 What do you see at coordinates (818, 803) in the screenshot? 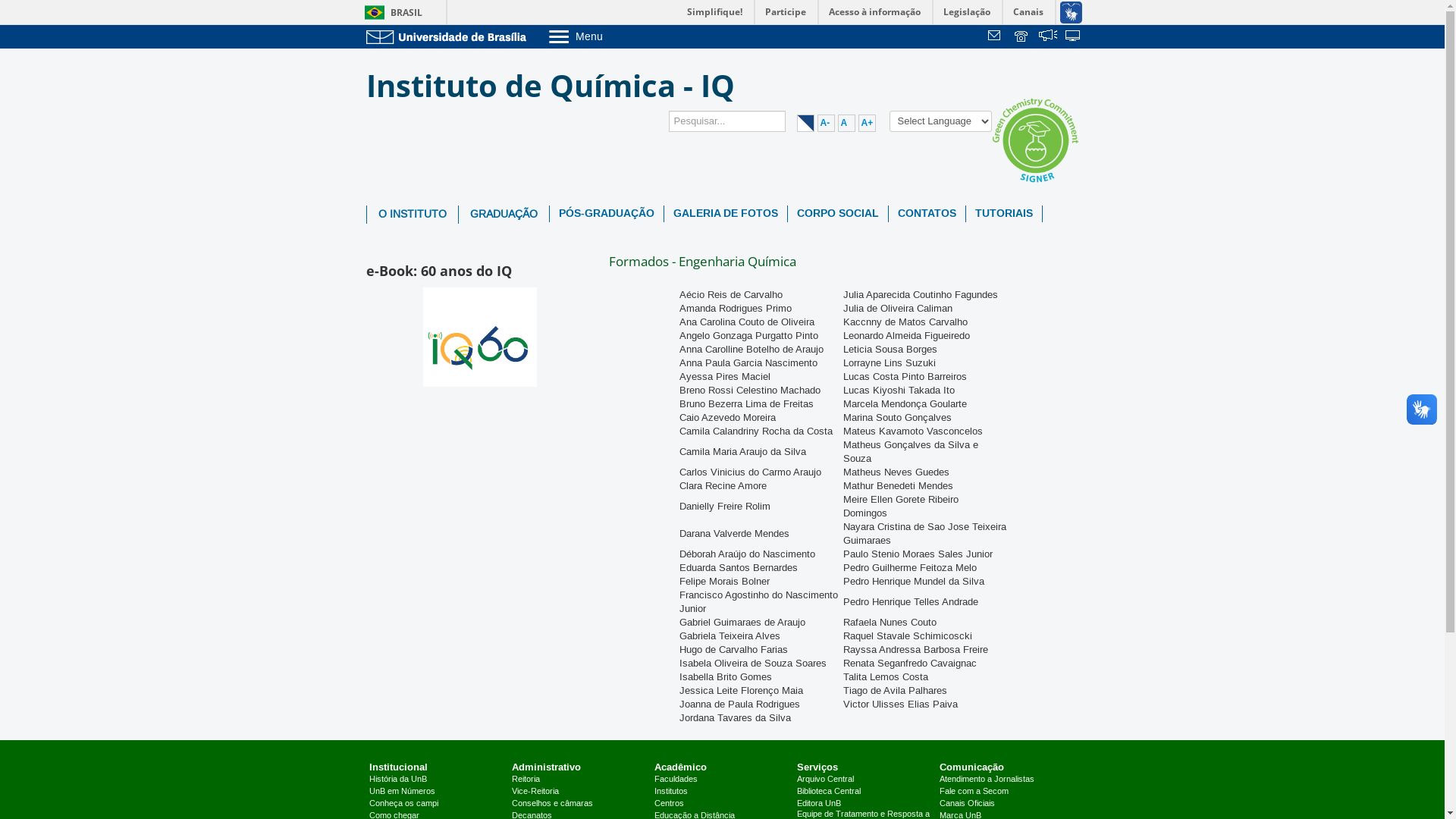
I see `'Editora UnB'` at bounding box center [818, 803].